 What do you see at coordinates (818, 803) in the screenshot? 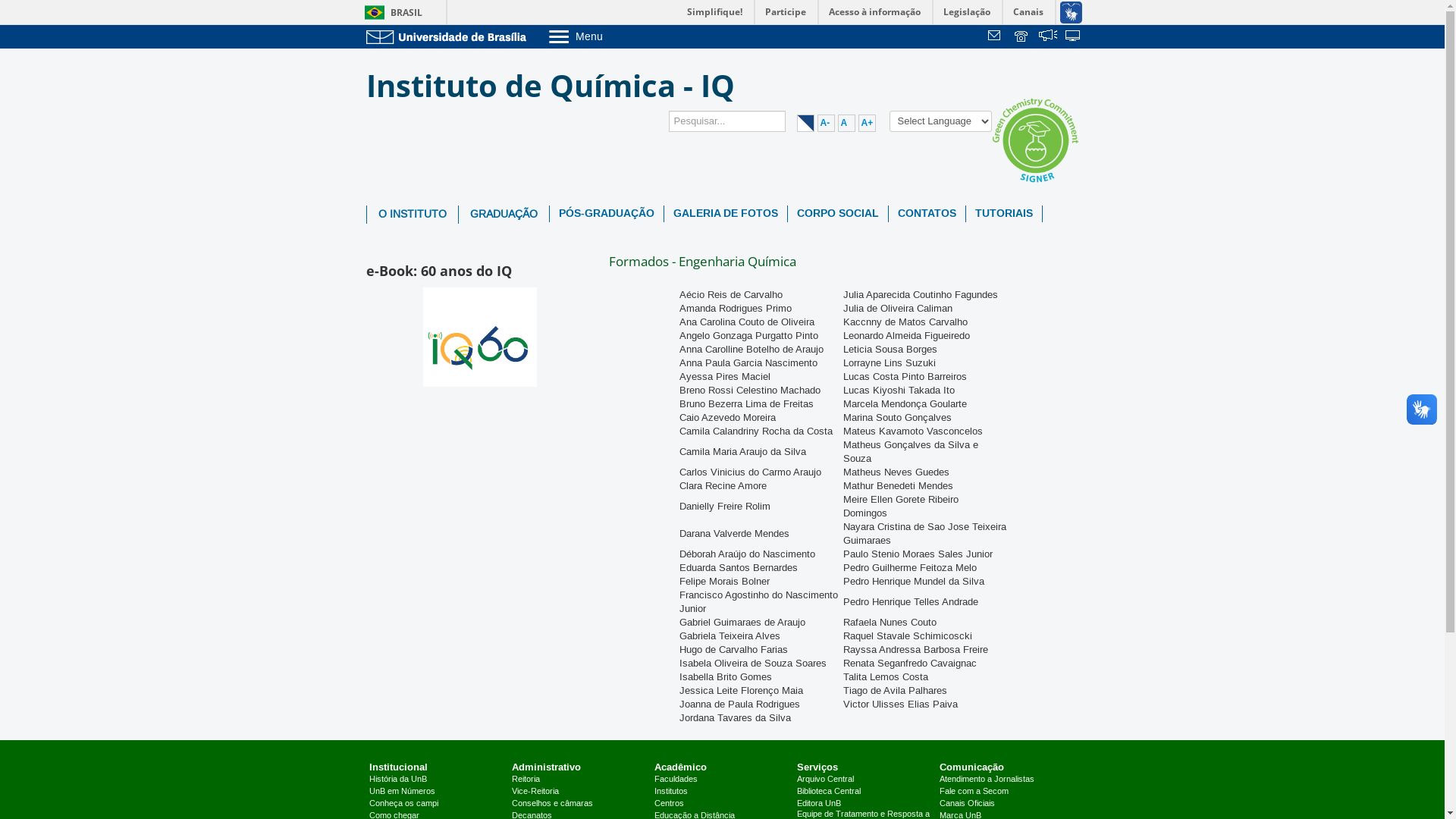
I see `'Editora UnB'` at bounding box center [818, 803].